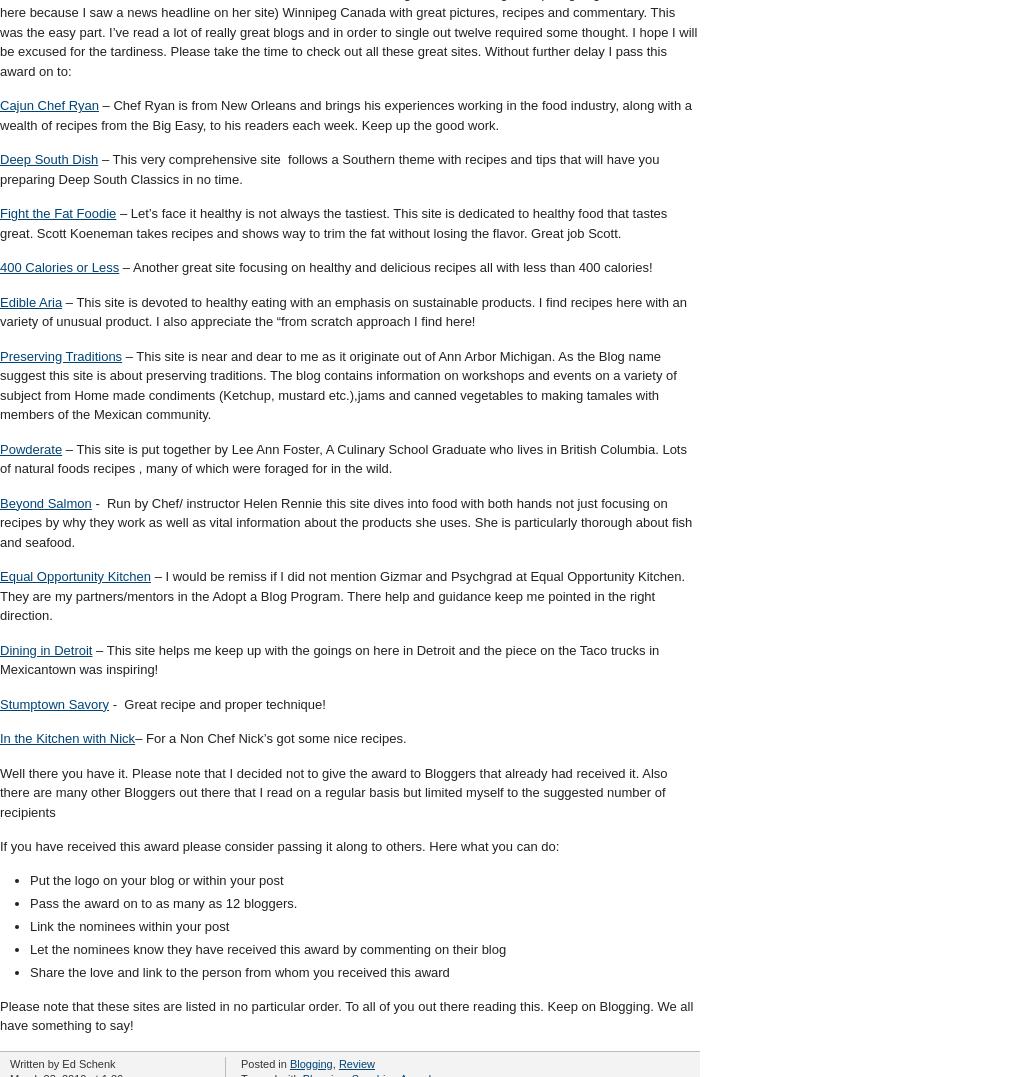  Describe the element at coordinates (74, 576) in the screenshot. I see `'Equal Opportunity Kitchen'` at that location.